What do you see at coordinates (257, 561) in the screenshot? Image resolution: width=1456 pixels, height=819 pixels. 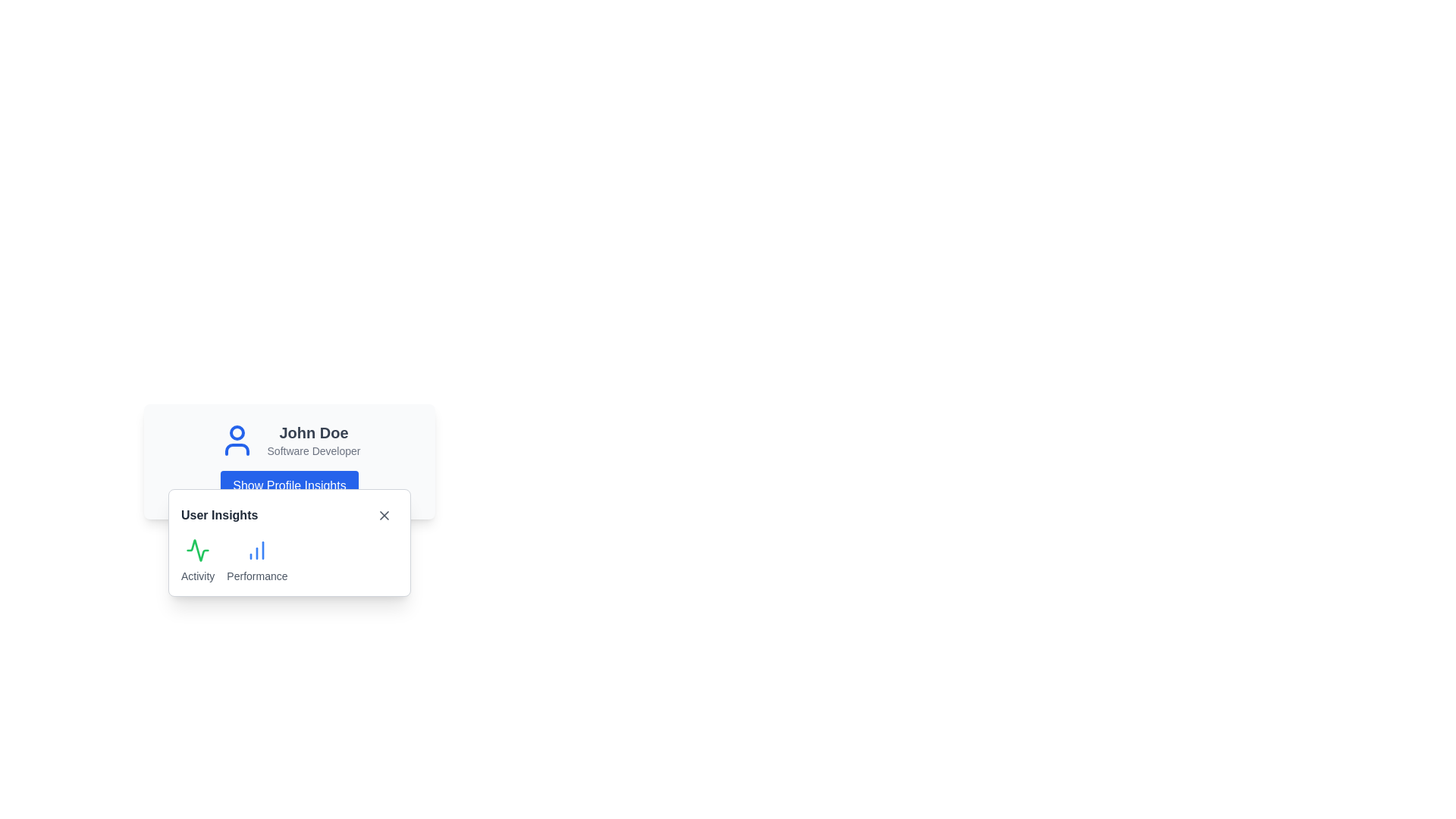 I see `the navigation button labeled 'Performance' located to the immediate right of the 'Activity' button in the 'User Insights' popup` at bounding box center [257, 561].